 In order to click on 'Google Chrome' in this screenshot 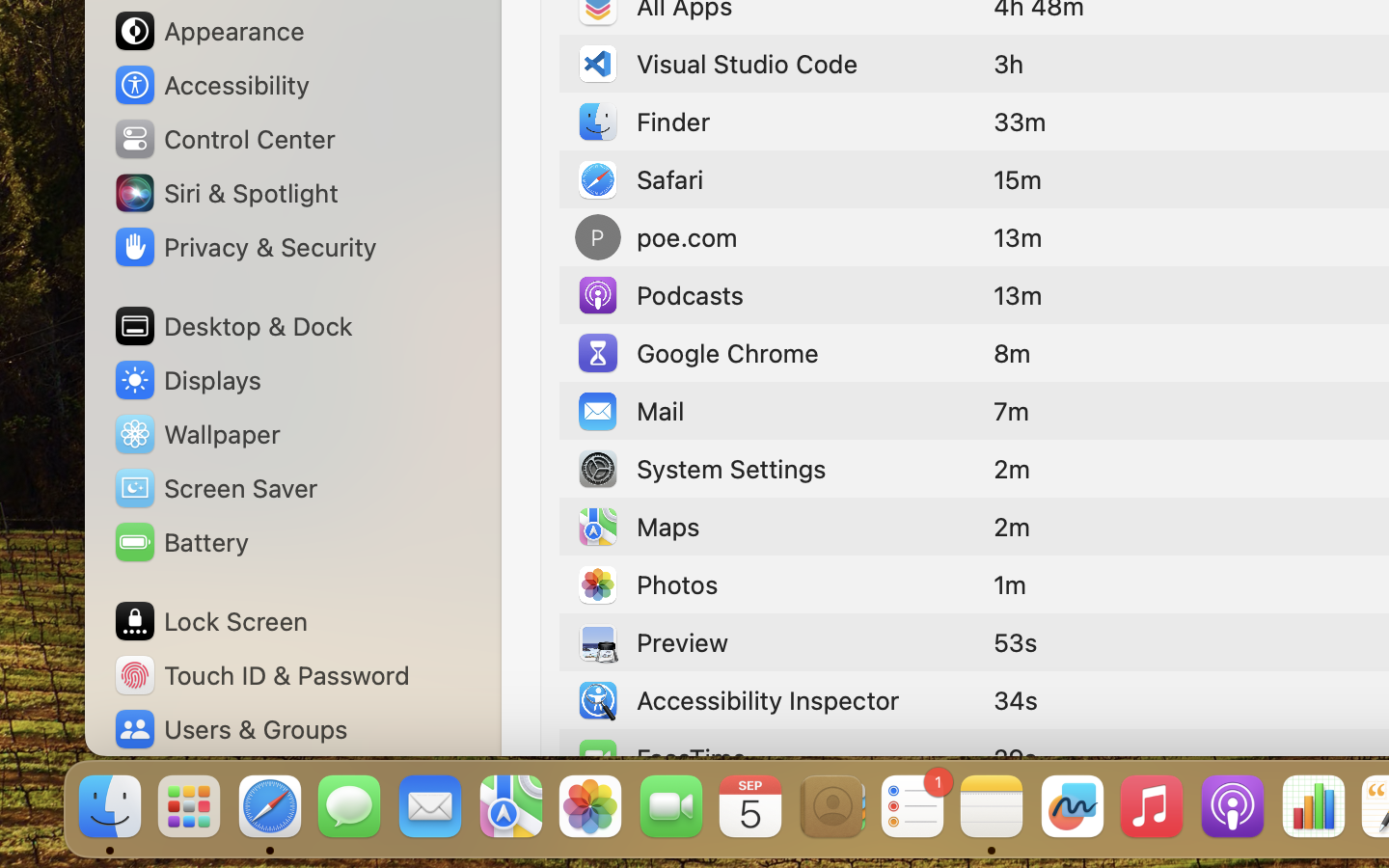, I will do `click(696, 353)`.